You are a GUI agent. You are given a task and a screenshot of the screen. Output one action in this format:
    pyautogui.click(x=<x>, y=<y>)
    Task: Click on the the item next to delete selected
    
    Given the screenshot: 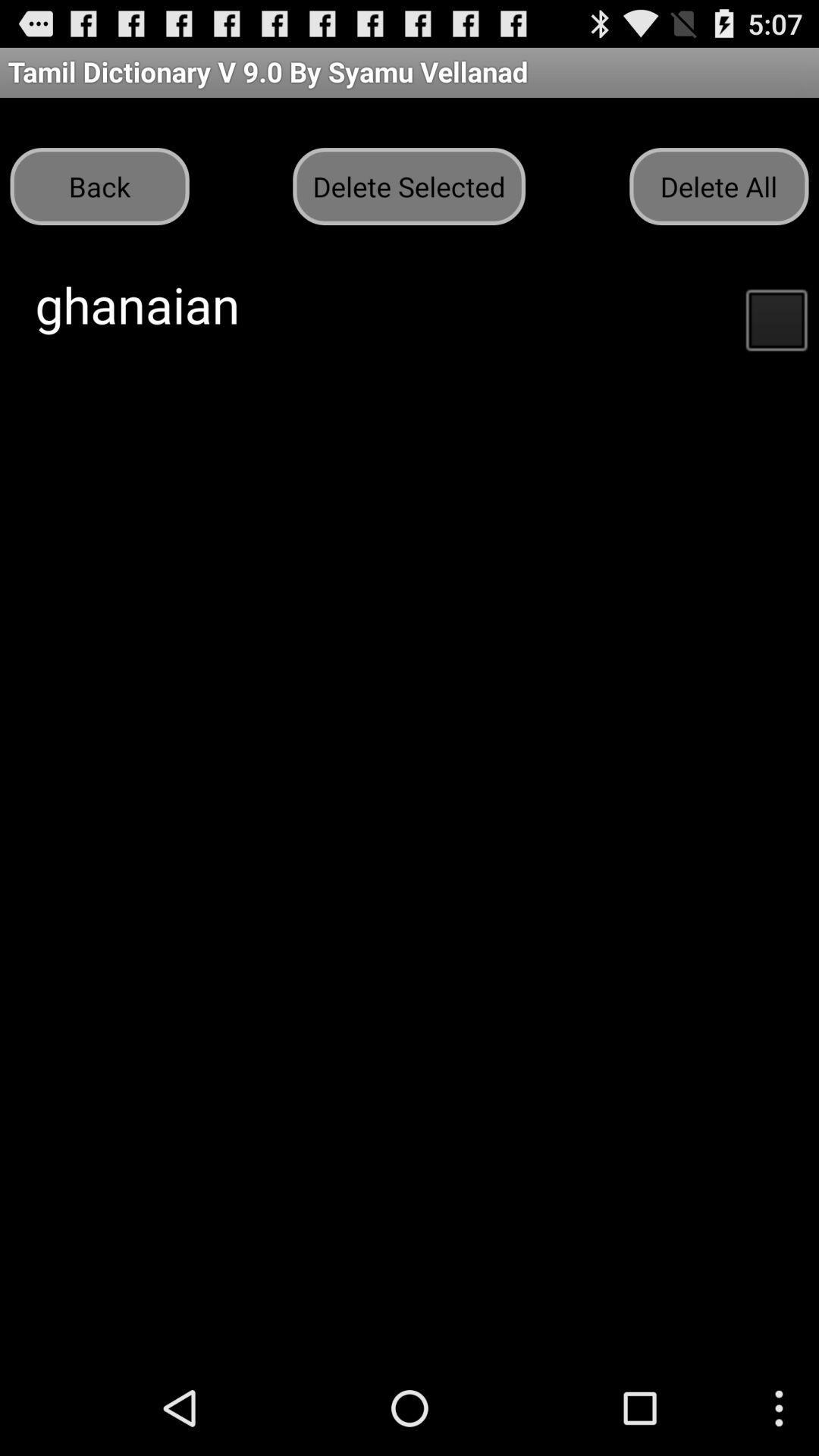 What is the action you would take?
    pyautogui.click(x=99, y=185)
    